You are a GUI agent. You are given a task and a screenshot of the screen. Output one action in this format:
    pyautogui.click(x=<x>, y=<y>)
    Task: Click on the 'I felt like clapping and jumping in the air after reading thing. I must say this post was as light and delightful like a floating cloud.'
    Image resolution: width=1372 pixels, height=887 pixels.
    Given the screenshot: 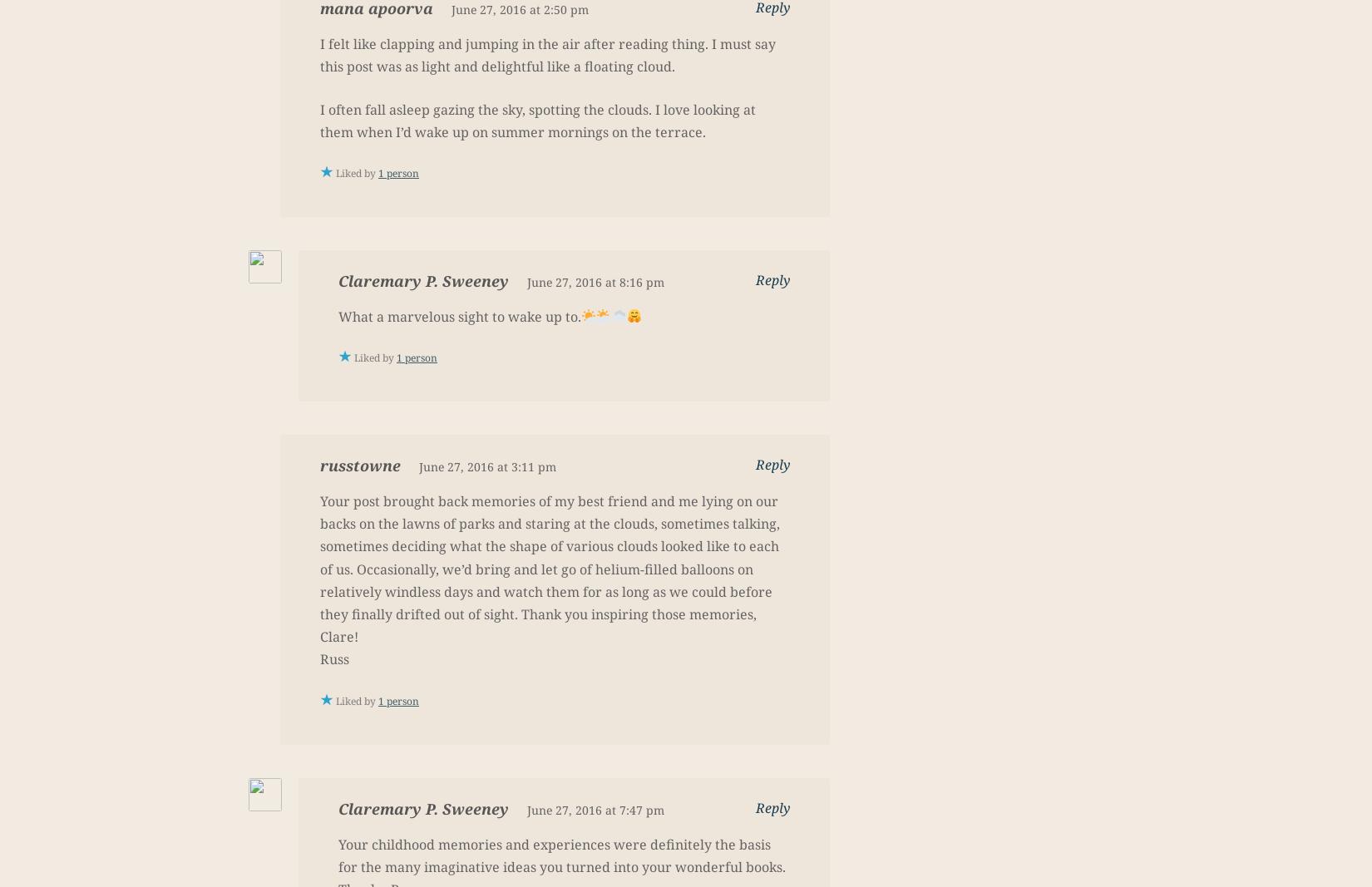 What is the action you would take?
    pyautogui.click(x=547, y=54)
    